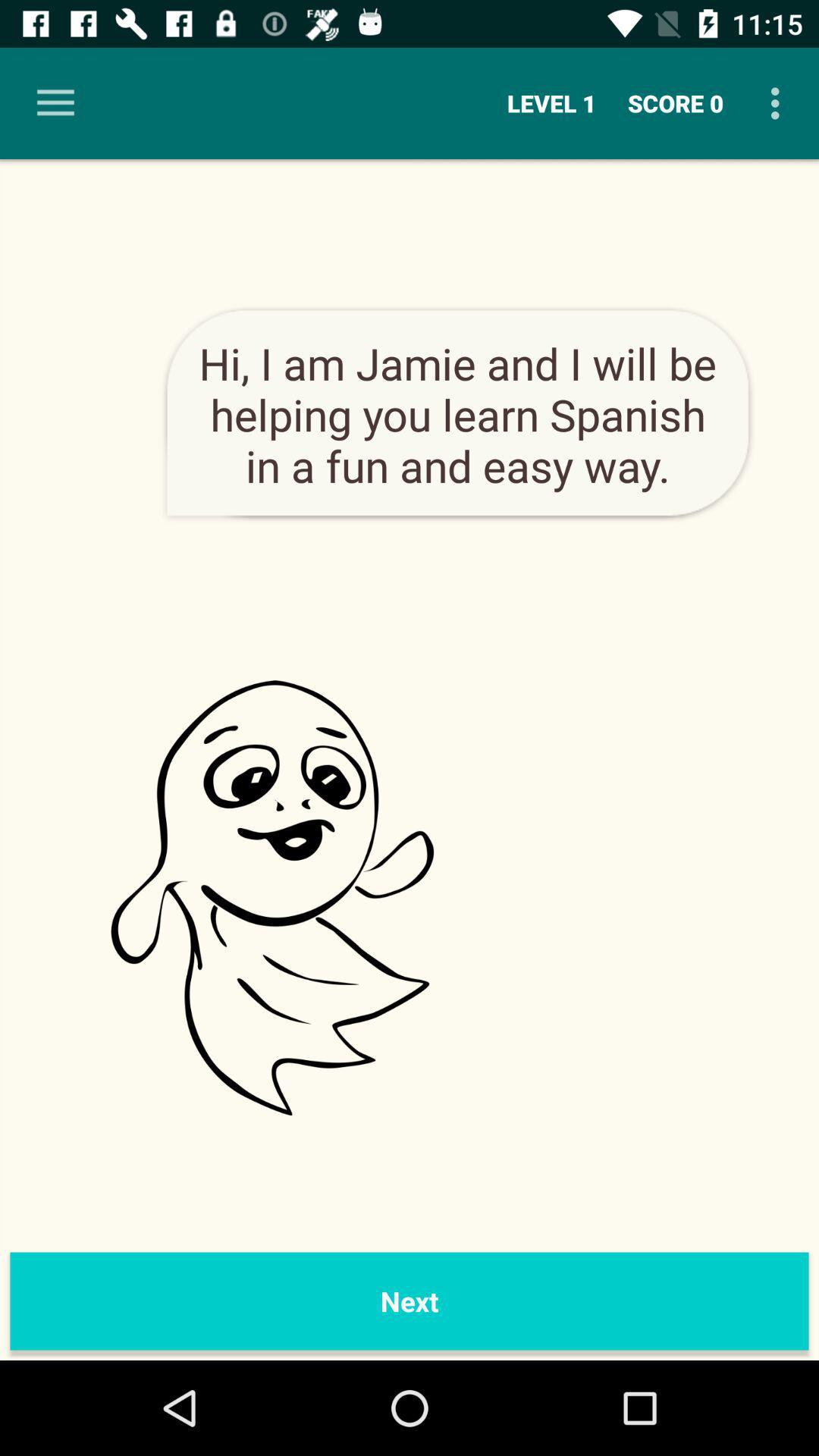 This screenshot has width=819, height=1456. Describe the element at coordinates (779, 102) in the screenshot. I see `the icon next to the score 0 icon` at that location.